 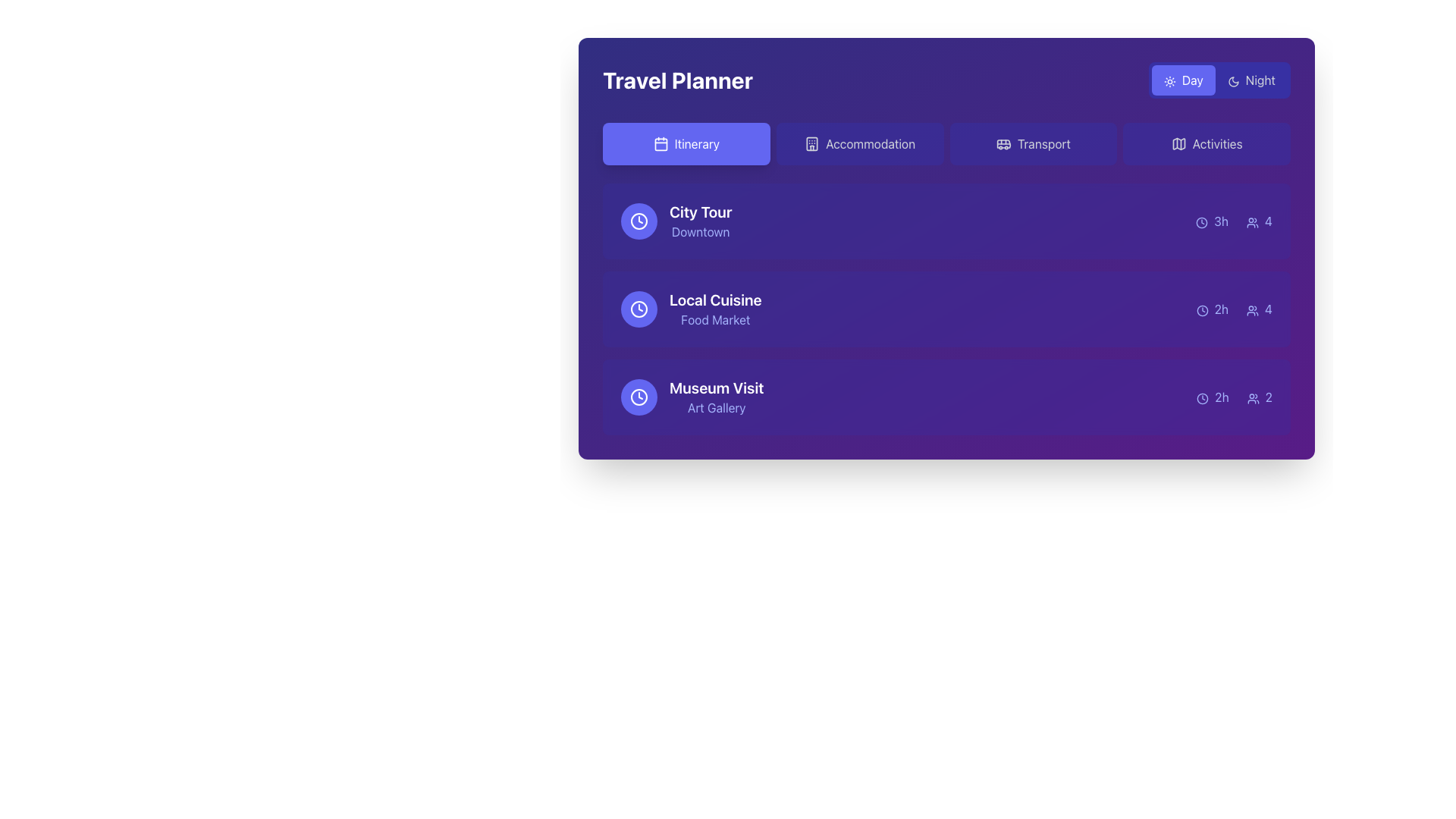 What do you see at coordinates (1032, 143) in the screenshot?
I see `the third navigation button in the horizontal row at the top of the interface` at bounding box center [1032, 143].